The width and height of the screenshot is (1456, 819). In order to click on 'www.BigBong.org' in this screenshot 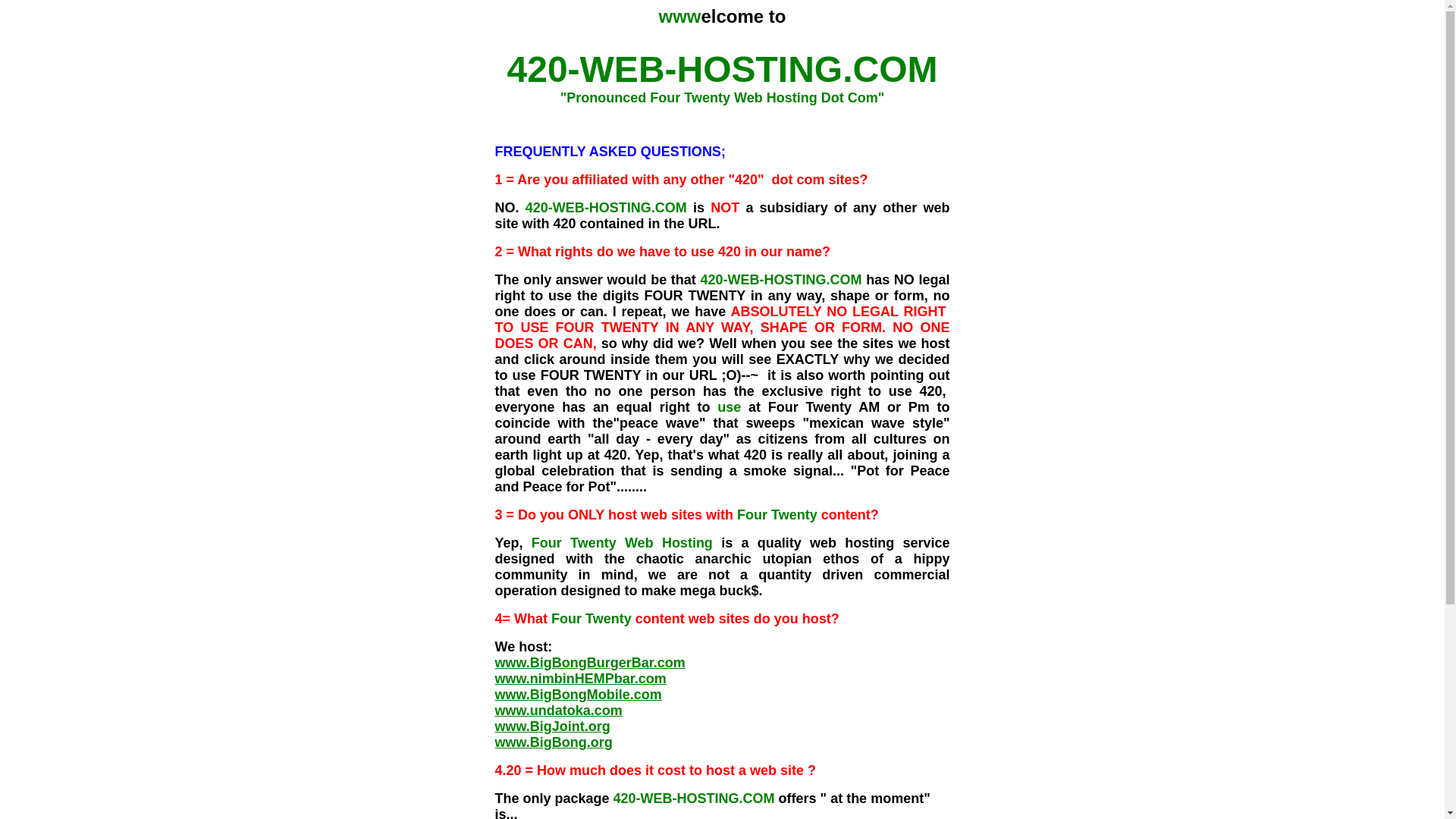, I will do `click(552, 742)`.